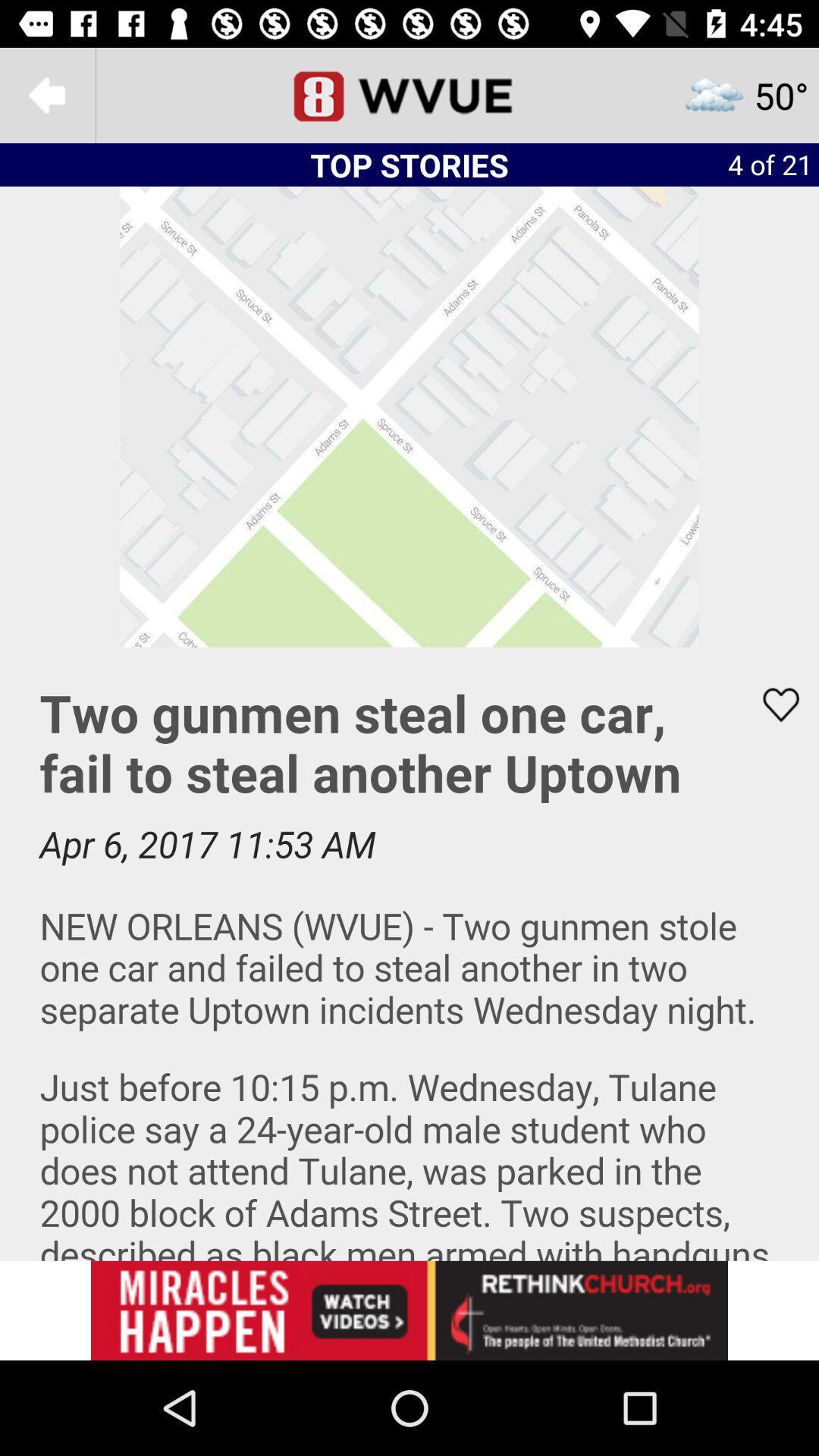 The height and width of the screenshot is (1456, 819). What do you see at coordinates (46, 94) in the screenshot?
I see `pack page` at bounding box center [46, 94].